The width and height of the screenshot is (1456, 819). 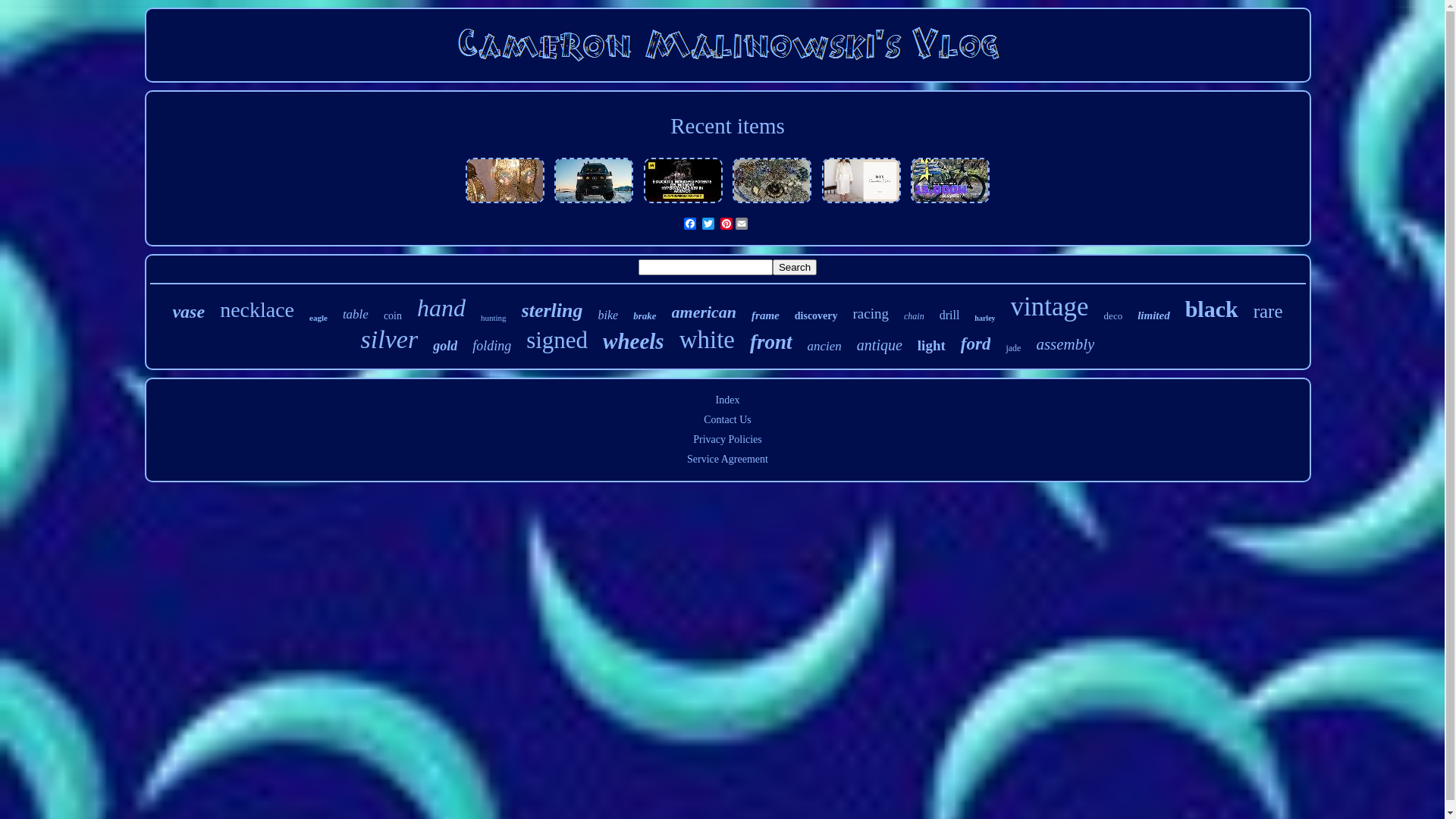 I want to click on 'frame', so click(x=751, y=315).